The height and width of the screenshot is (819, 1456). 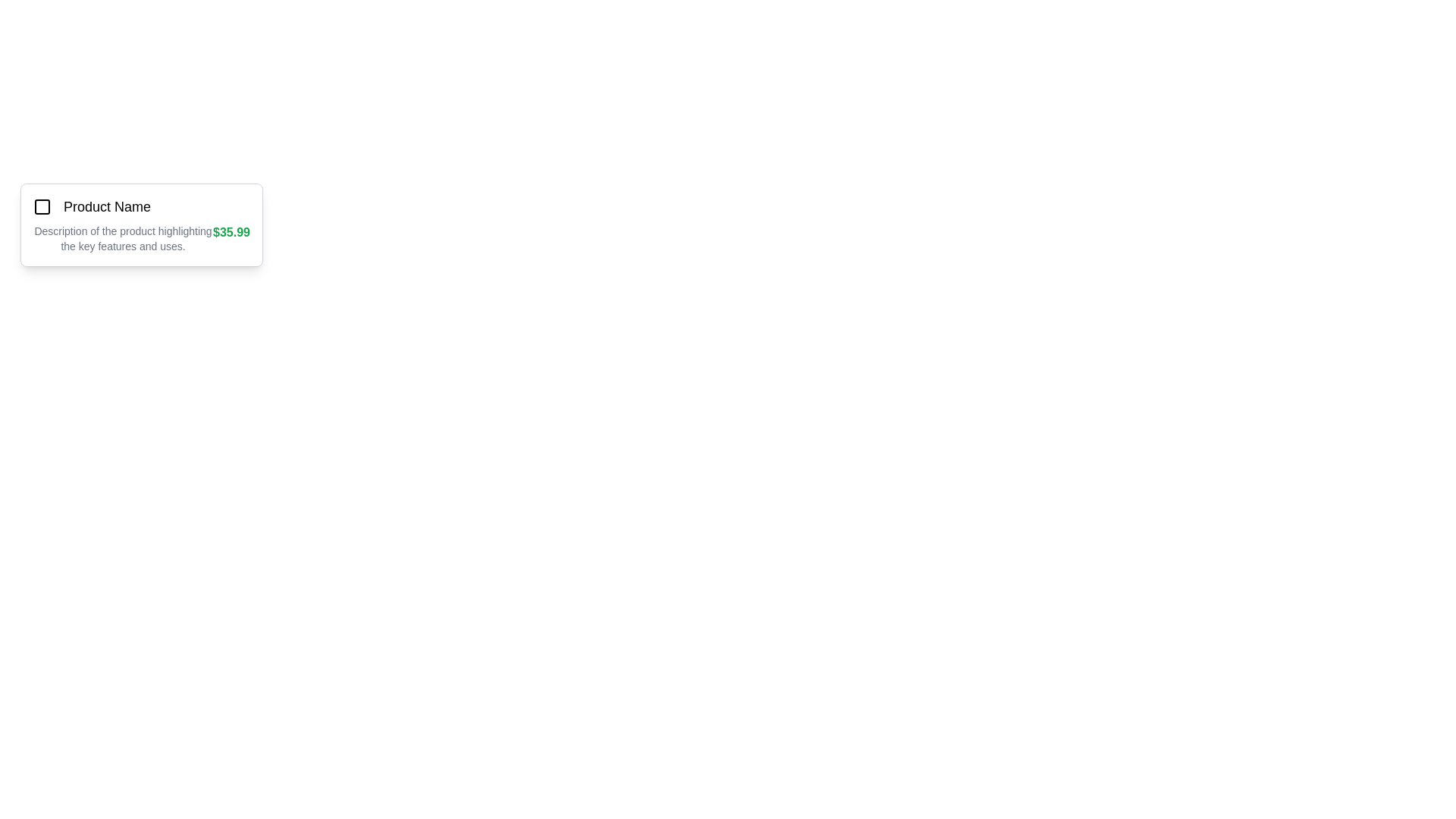 What do you see at coordinates (123, 239) in the screenshot?
I see `the static text element that describes the product's key features, which is styled in gray and located beneath the product name and to the left of the price` at bounding box center [123, 239].